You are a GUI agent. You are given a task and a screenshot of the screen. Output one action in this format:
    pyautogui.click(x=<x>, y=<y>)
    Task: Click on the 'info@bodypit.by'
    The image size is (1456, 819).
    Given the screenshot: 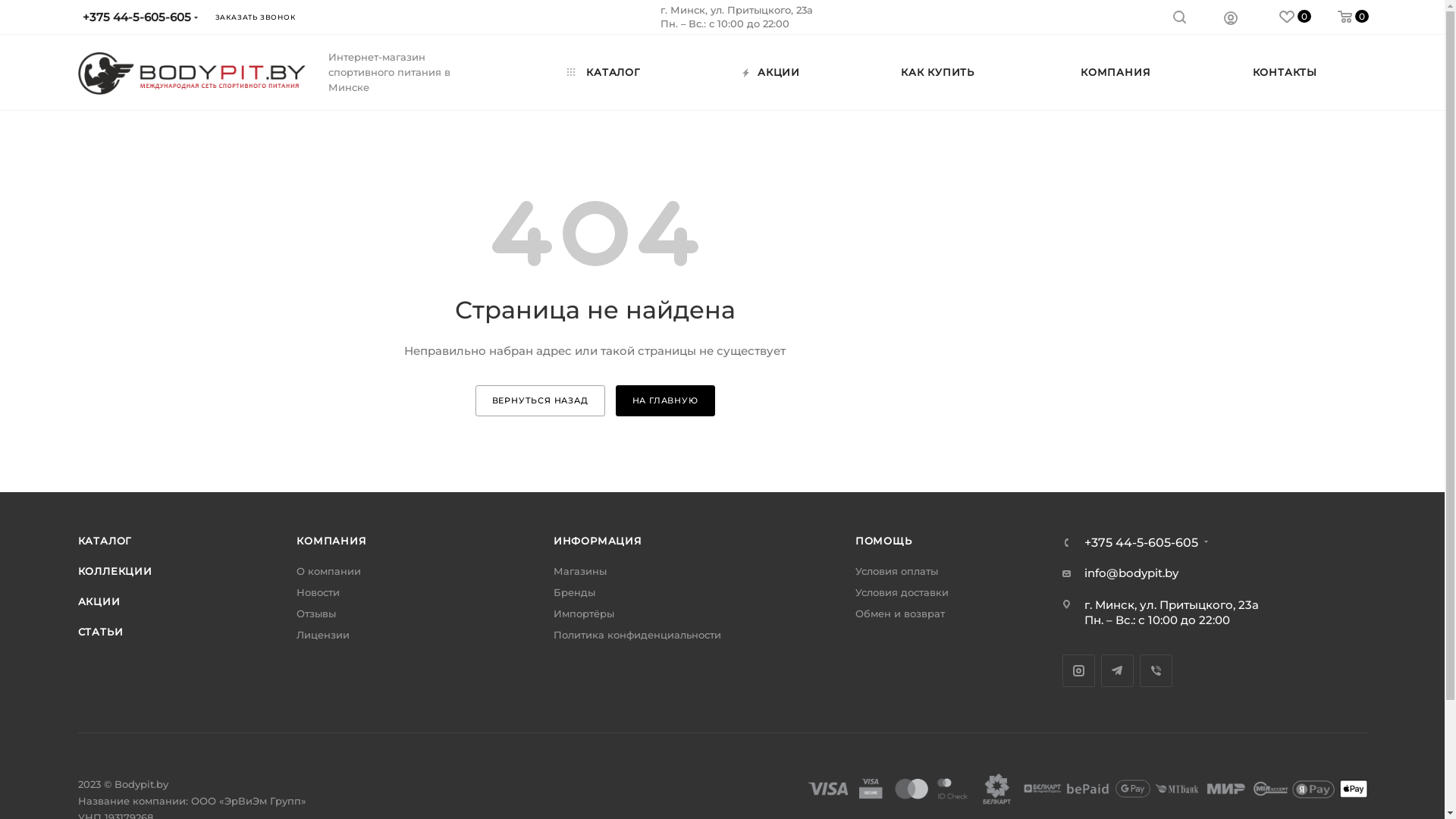 What is the action you would take?
    pyautogui.click(x=1131, y=573)
    